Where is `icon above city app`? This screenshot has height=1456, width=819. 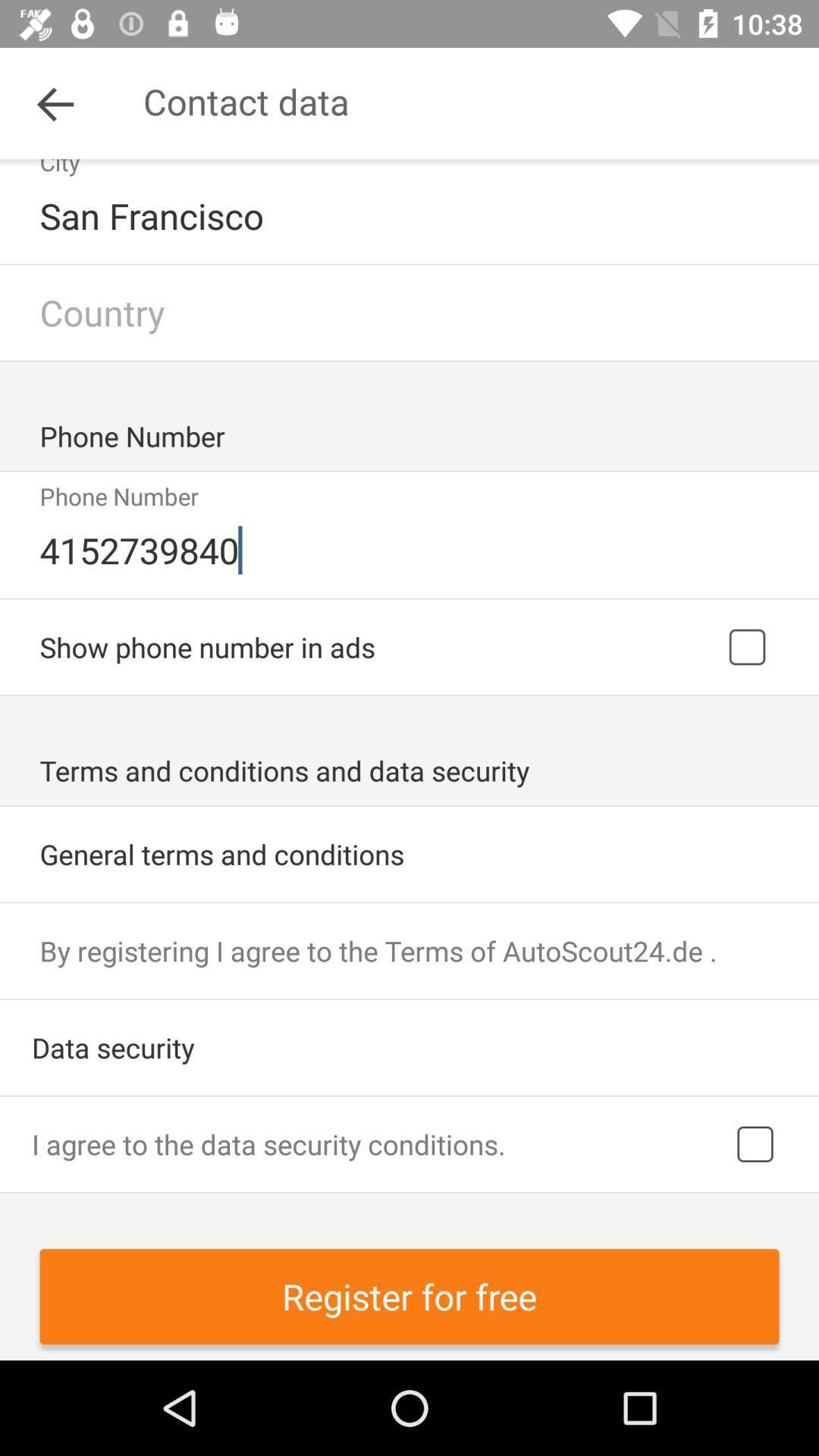 icon above city app is located at coordinates (55, 102).